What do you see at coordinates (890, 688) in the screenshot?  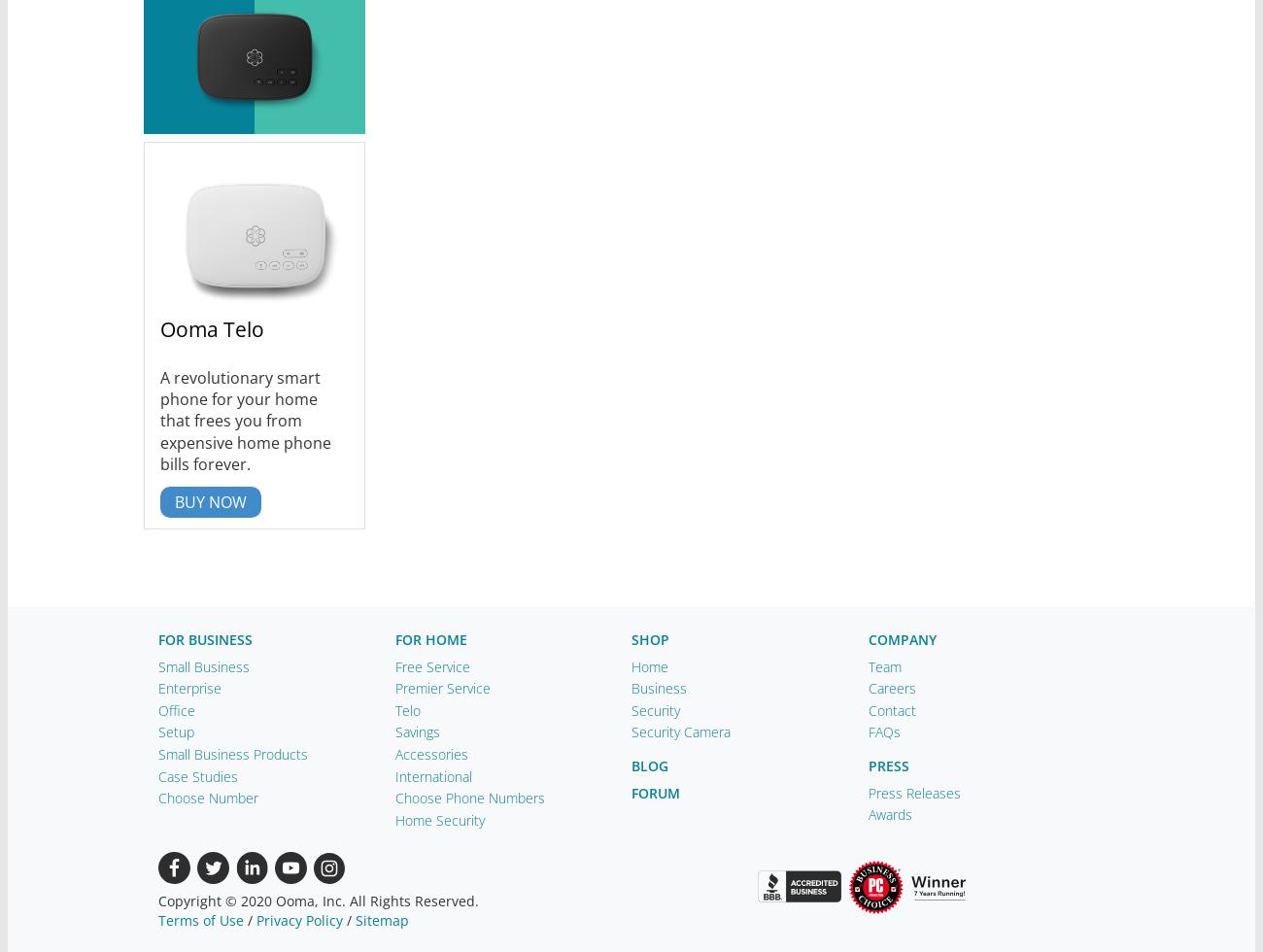 I see `'Careers'` at bounding box center [890, 688].